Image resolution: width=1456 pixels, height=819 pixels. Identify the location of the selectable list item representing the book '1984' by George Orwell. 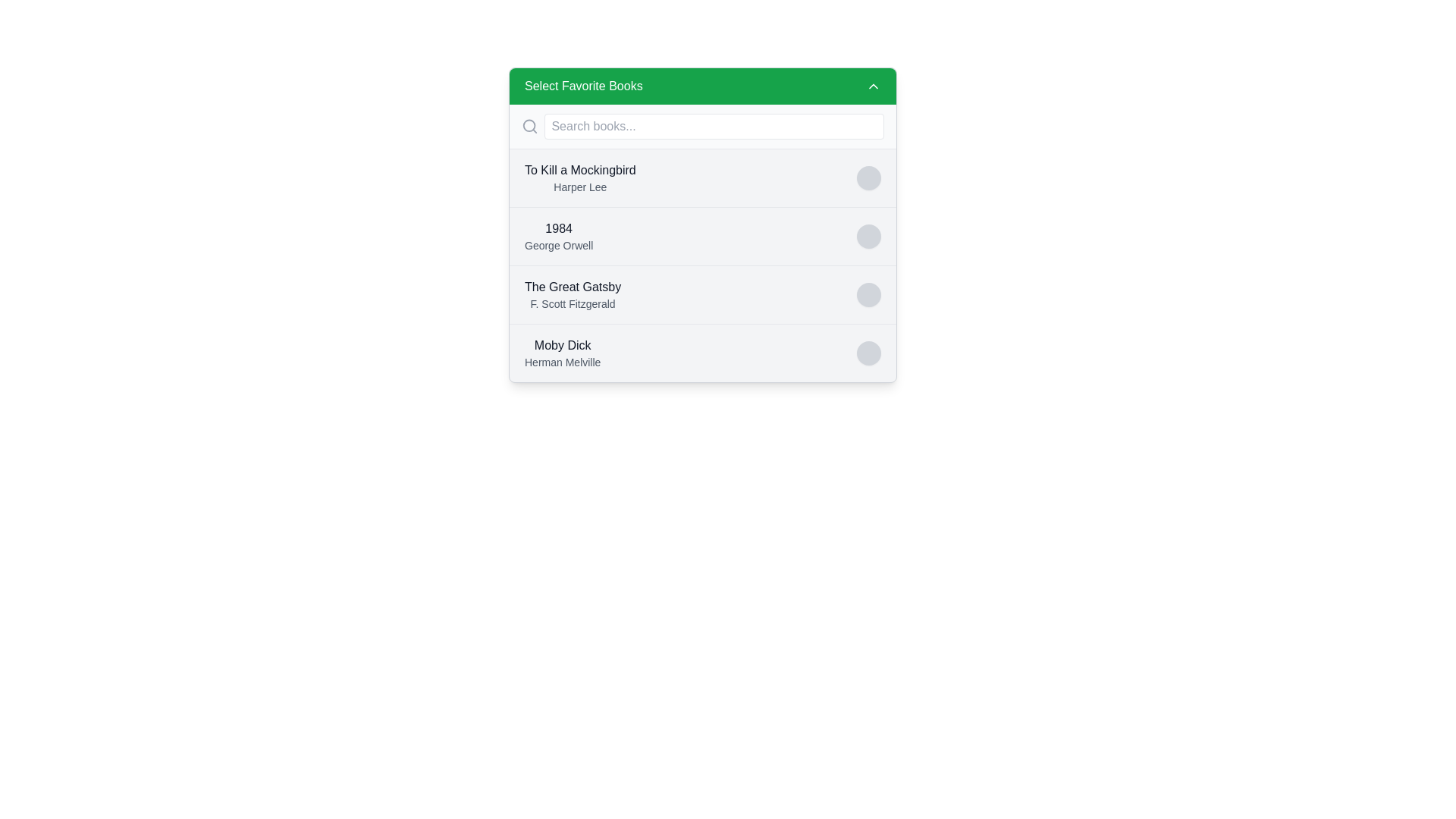
(558, 237).